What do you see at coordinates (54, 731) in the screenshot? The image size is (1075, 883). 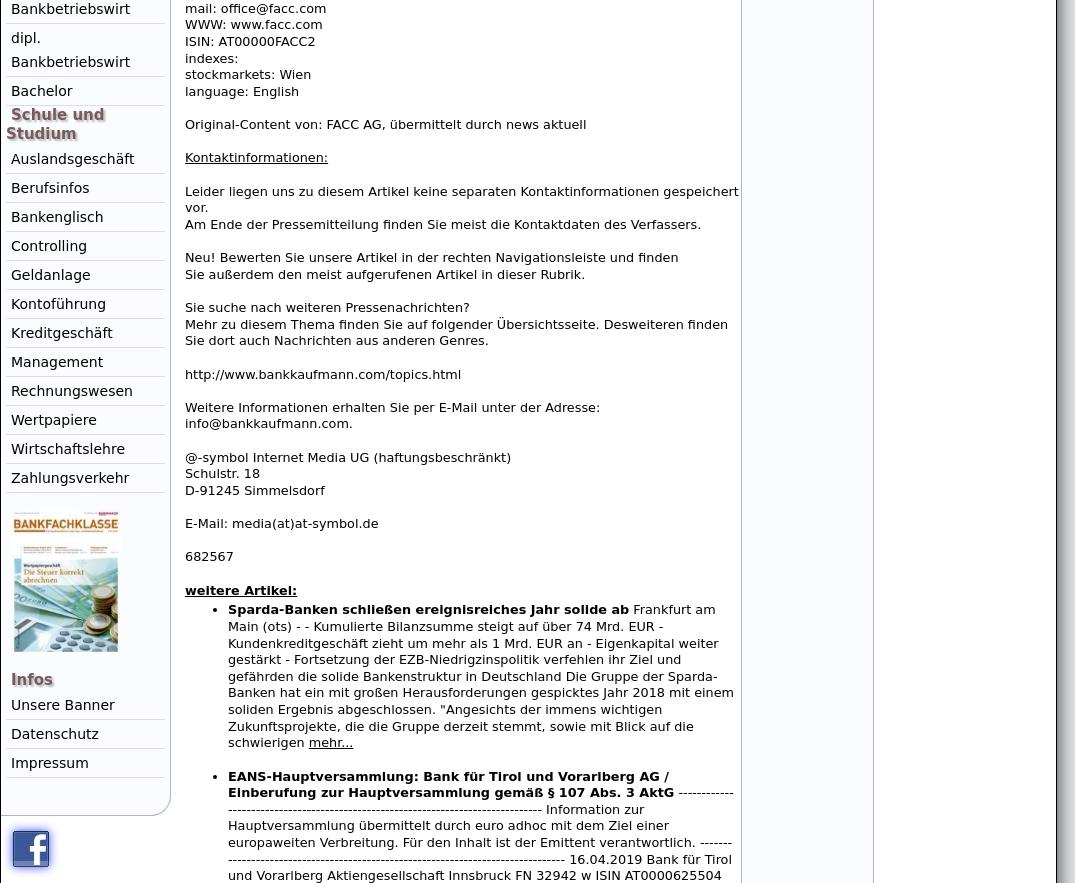 I see `'Datenschutz'` at bounding box center [54, 731].